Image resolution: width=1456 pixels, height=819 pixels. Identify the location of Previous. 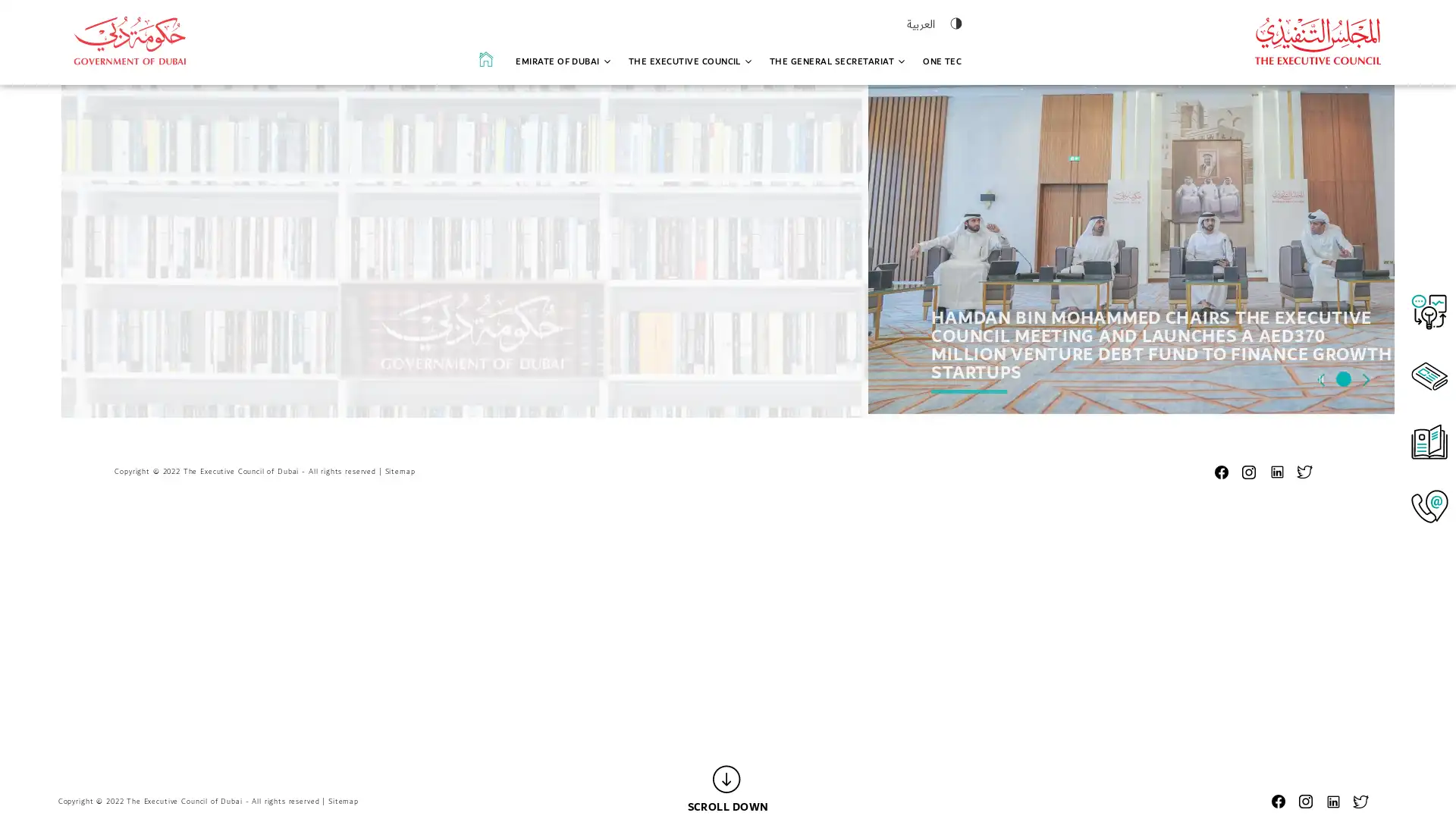
(1320, 742).